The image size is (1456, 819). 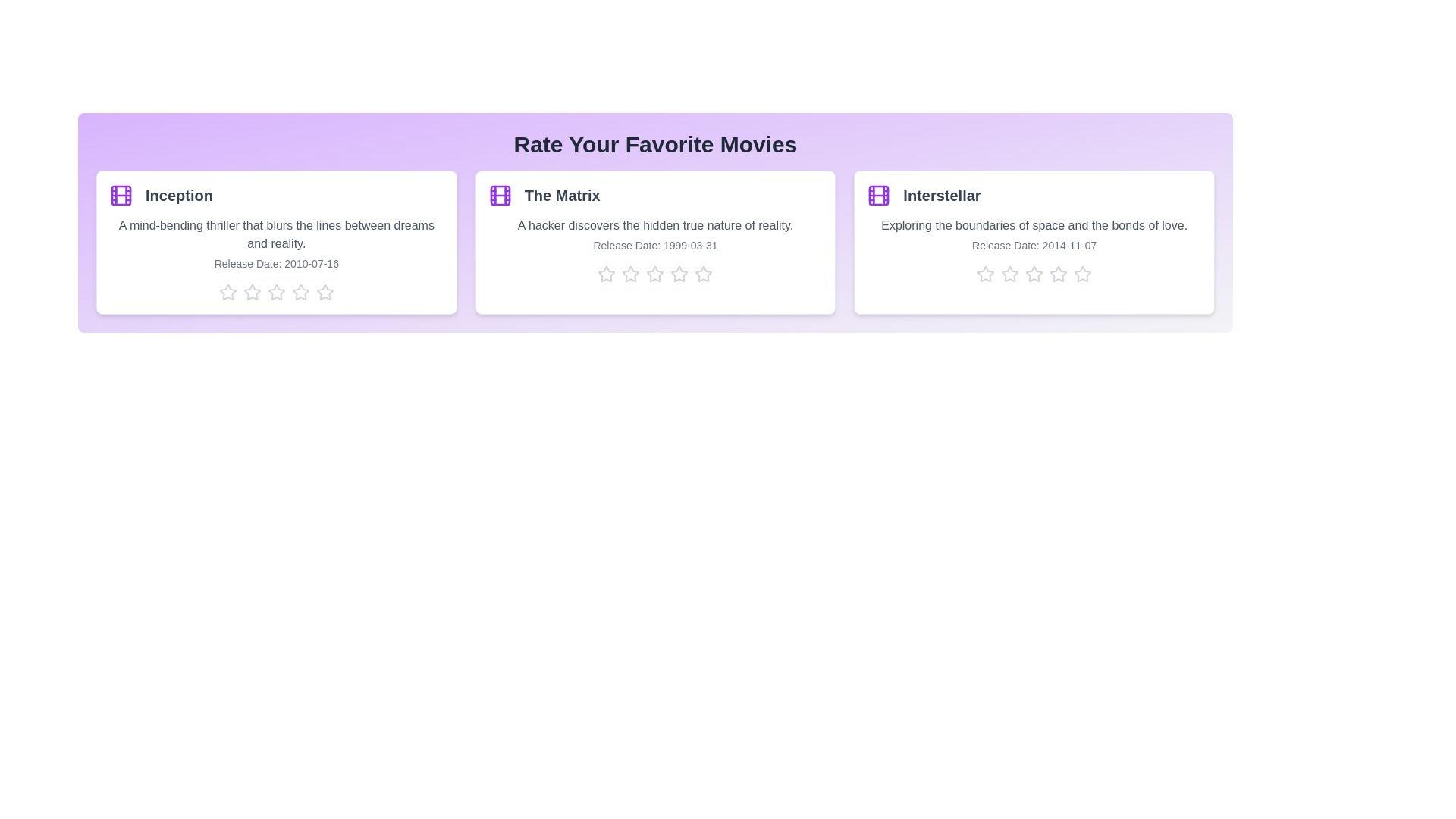 What do you see at coordinates (252, 292) in the screenshot?
I see `the star corresponding to 2 stars for the movie Inception` at bounding box center [252, 292].